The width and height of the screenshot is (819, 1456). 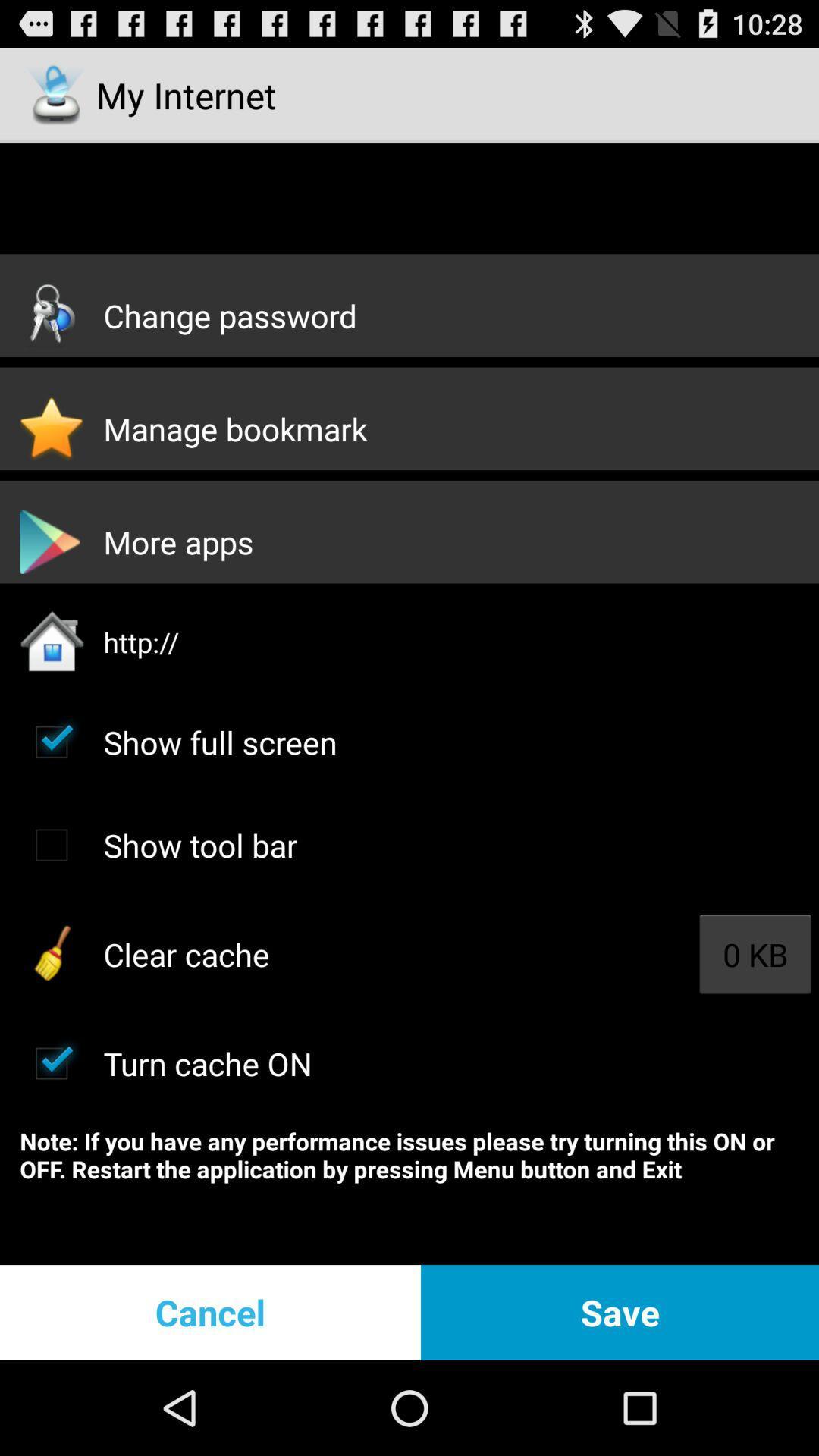 I want to click on on/off setting, so click(x=51, y=1062).